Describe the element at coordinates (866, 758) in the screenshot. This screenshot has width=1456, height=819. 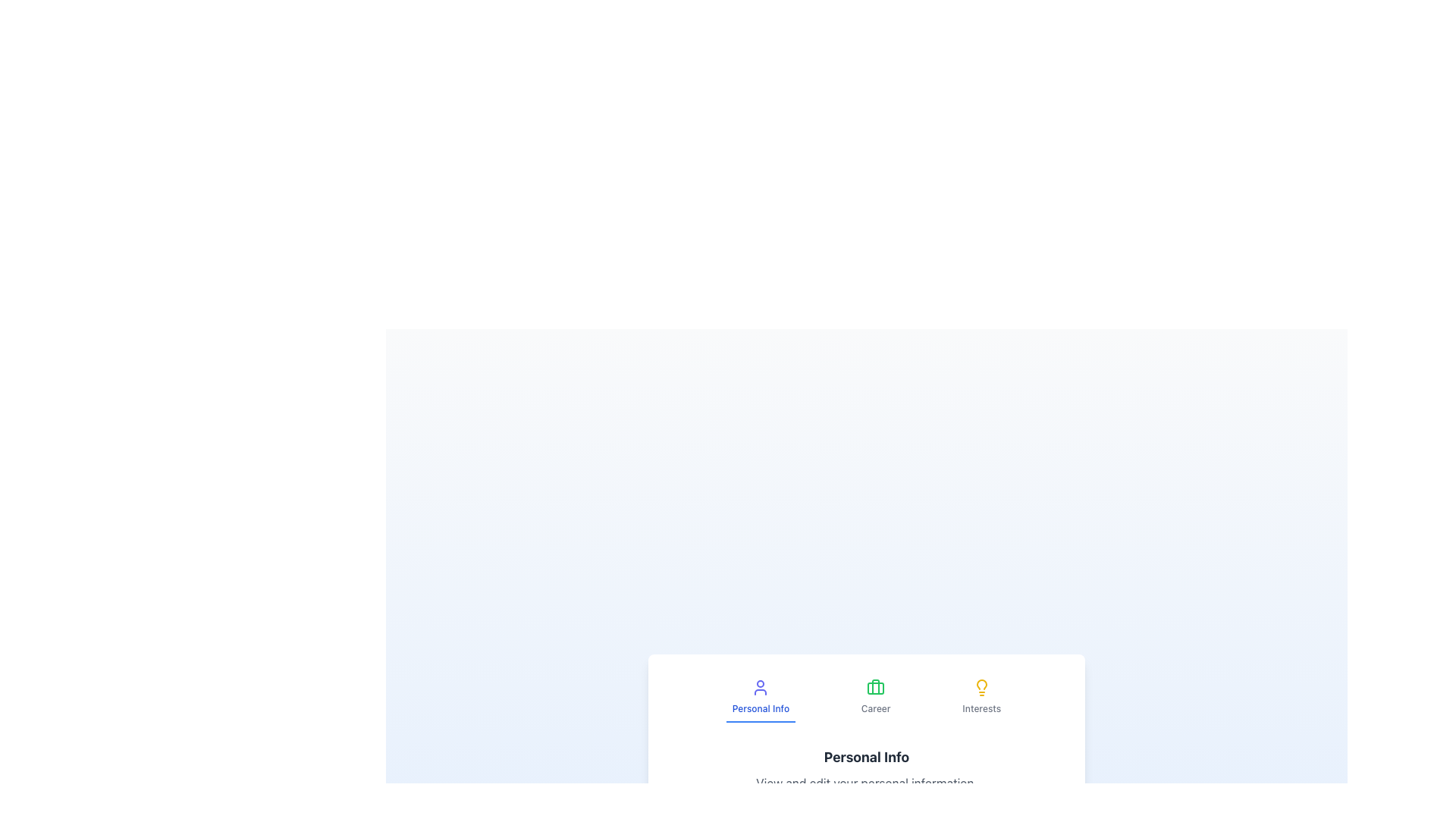
I see `the 'Personal Info' text label, which serves as a section identifier above the text 'View and edit your personal information'` at that location.